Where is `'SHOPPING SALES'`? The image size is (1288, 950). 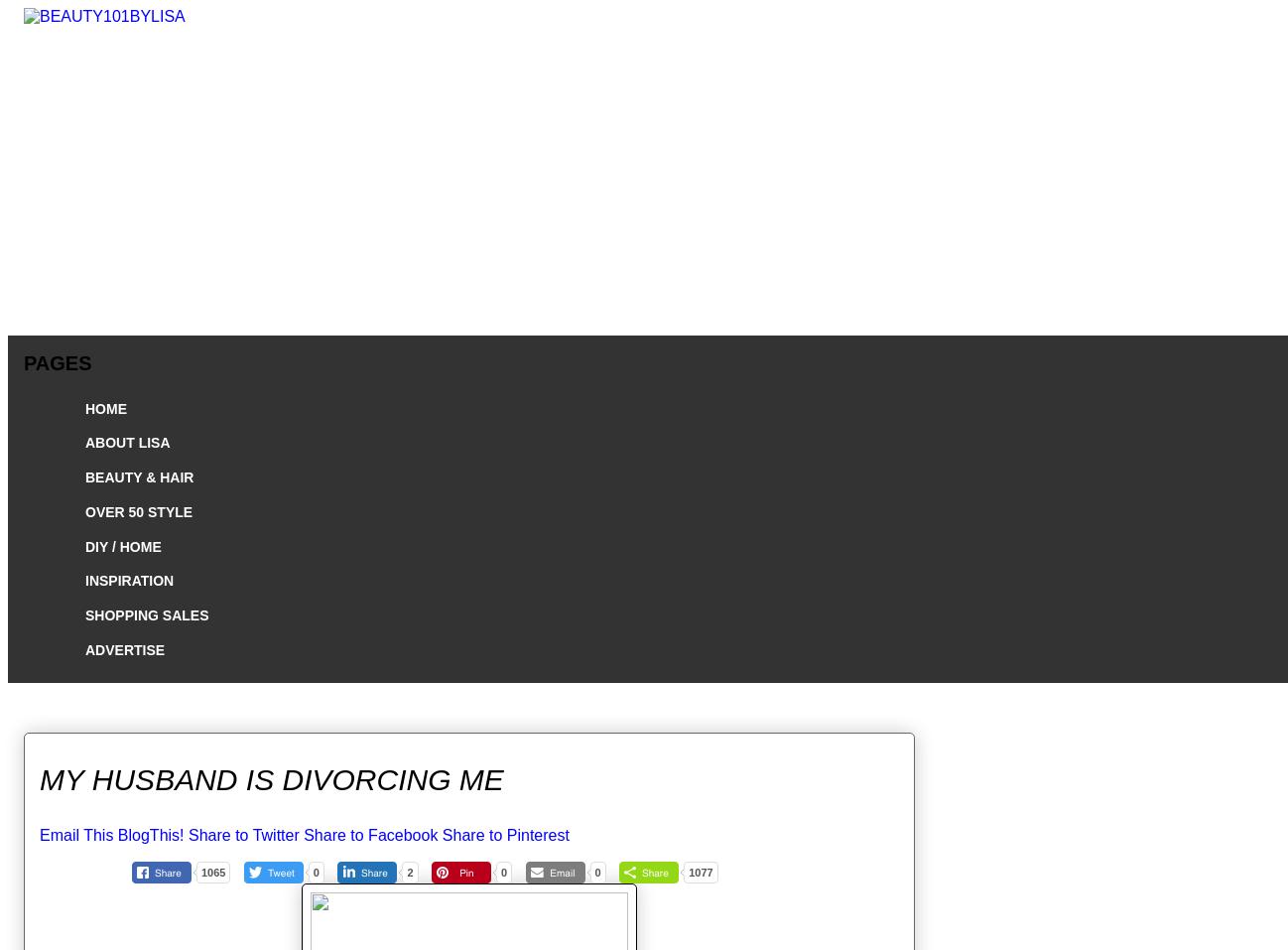 'SHOPPING SALES' is located at coordinates (145, 614).